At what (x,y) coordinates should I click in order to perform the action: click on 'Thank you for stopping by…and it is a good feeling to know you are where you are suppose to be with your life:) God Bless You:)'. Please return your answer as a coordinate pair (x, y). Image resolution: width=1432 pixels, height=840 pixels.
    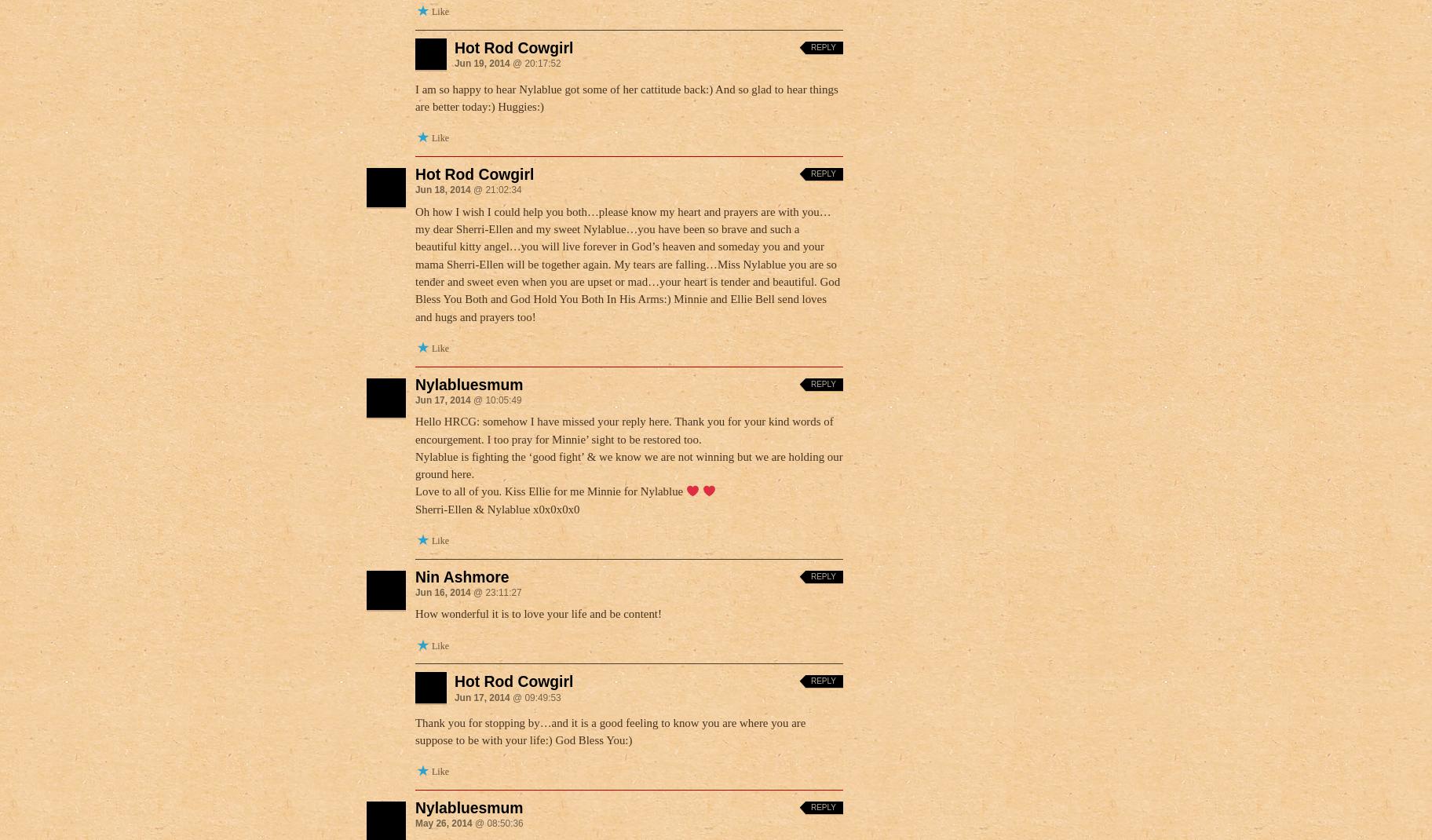
    Looking at the image, I should click on (414, 730).